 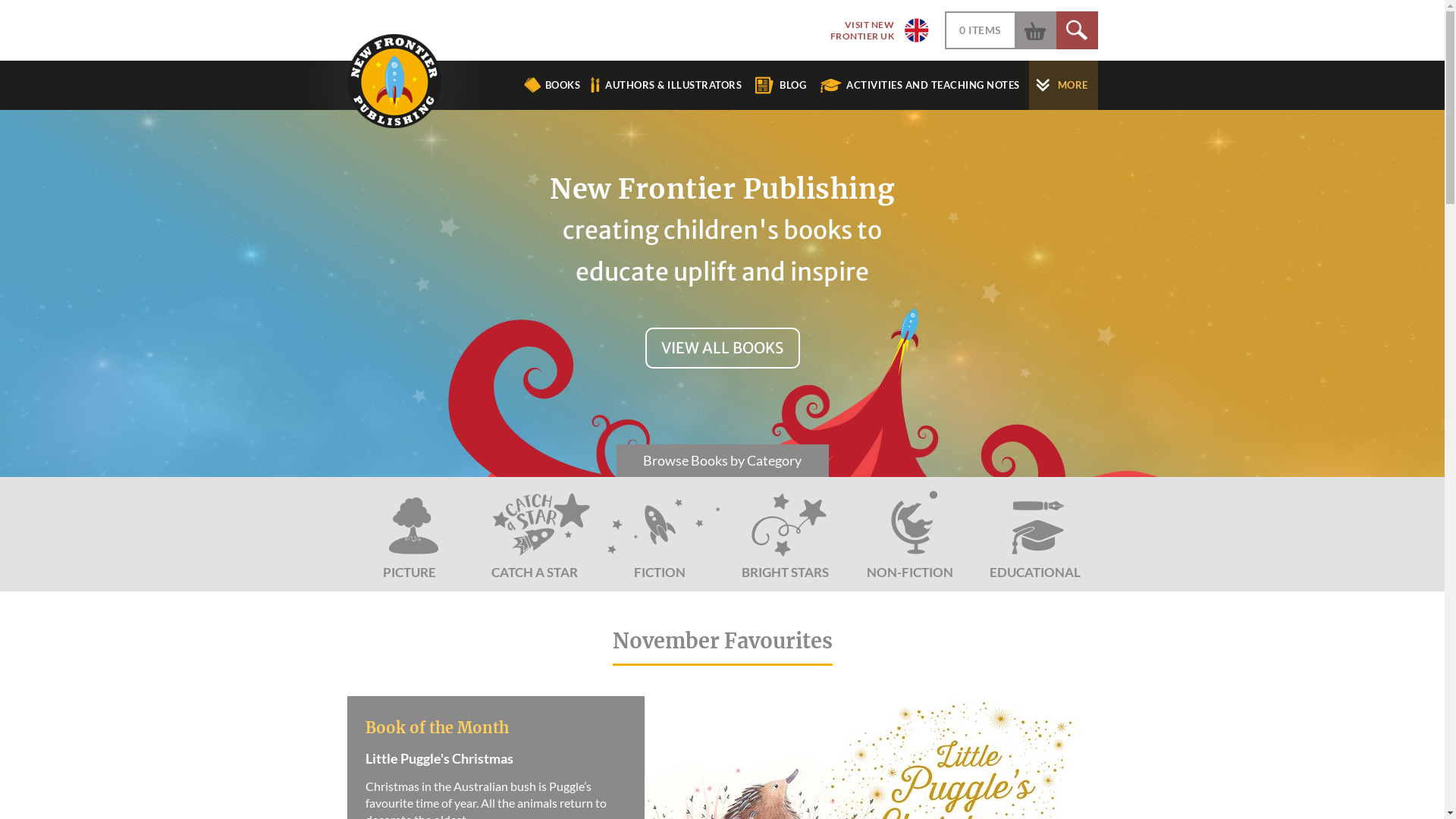 I want to click on 'ACTIVITIES AND TEACHING NOTES', so click(x=923, y=85).